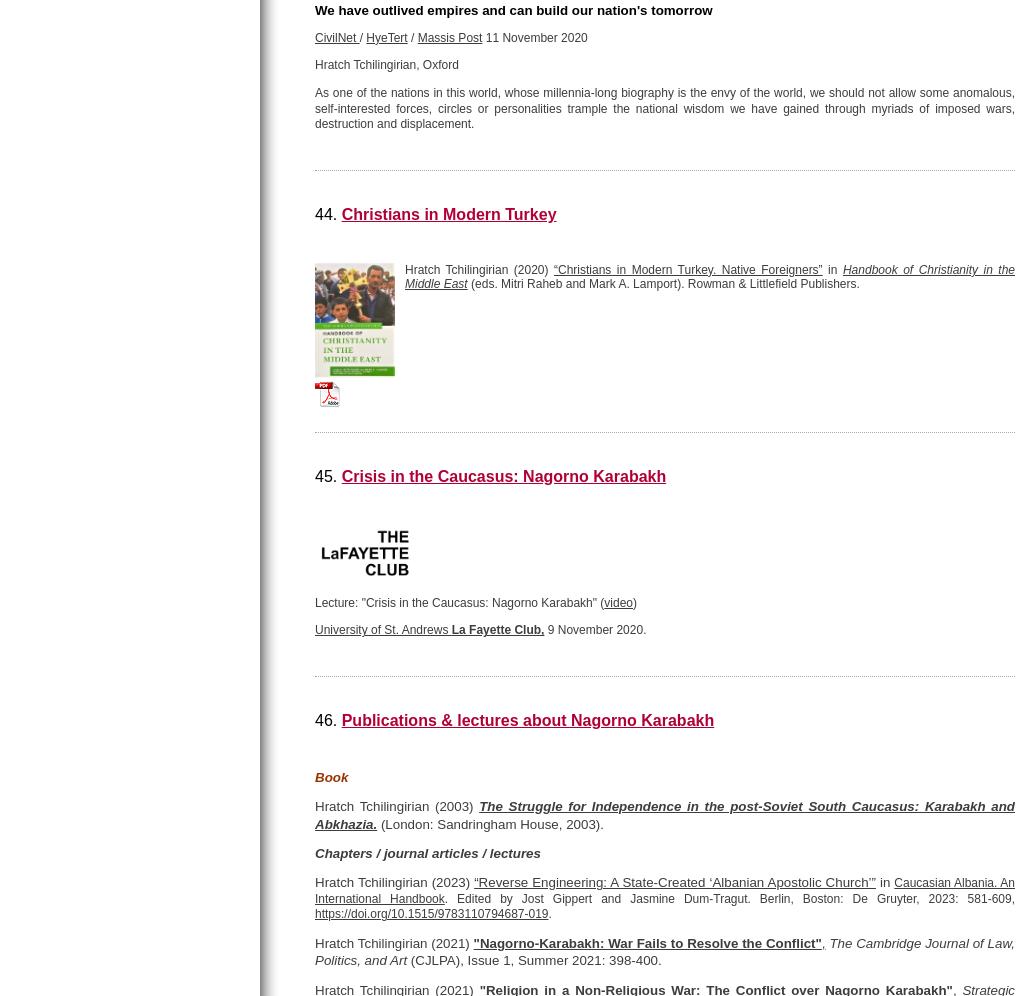  What do you see at coordinates (430, 914) in the screenshot?
I see `'https://doi.org/10.1515/9783110794687-019'` at bounding box center [430, 914].